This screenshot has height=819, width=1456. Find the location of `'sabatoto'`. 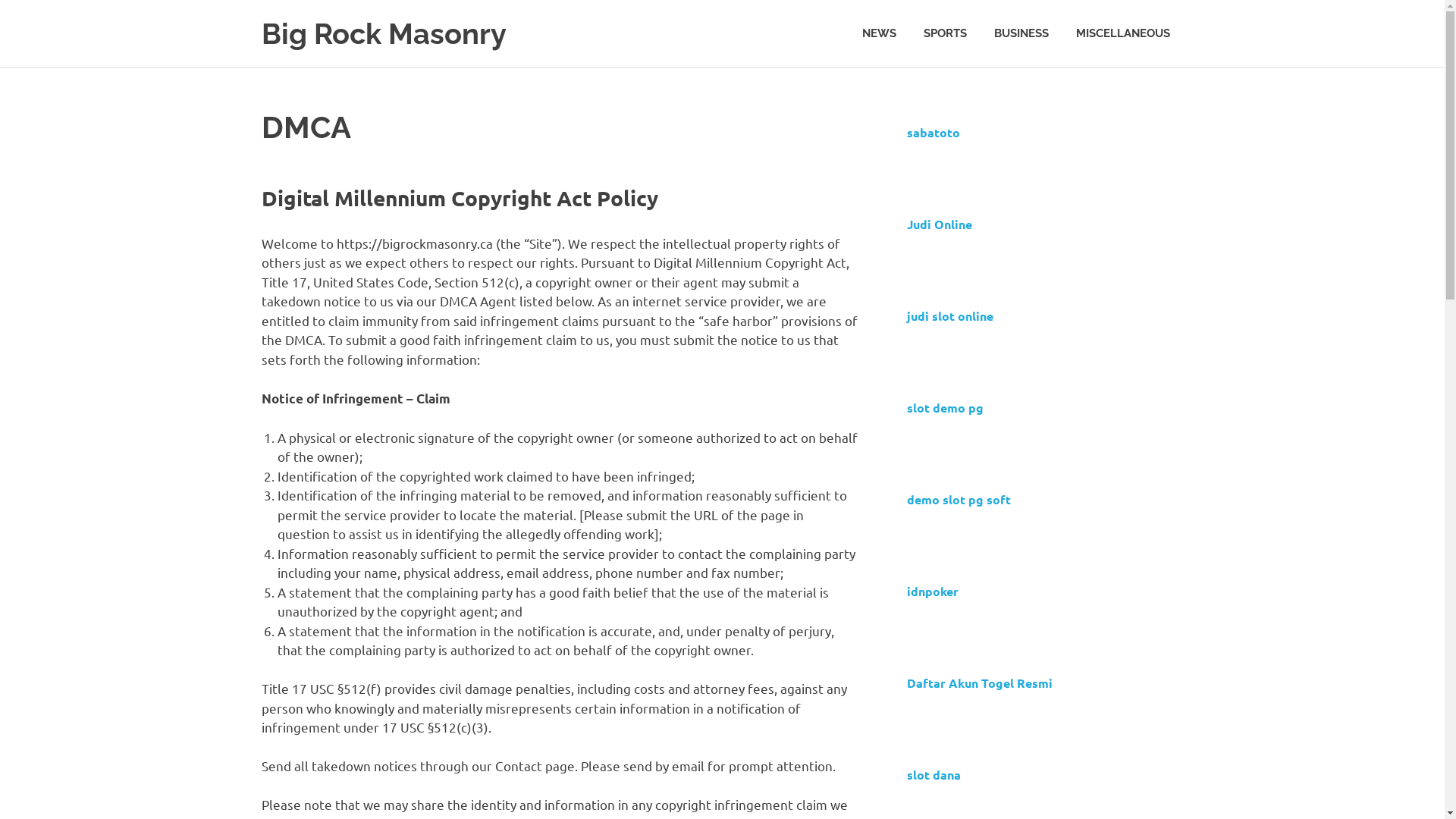

'sabatoto' is located at coordinates (932, 130).